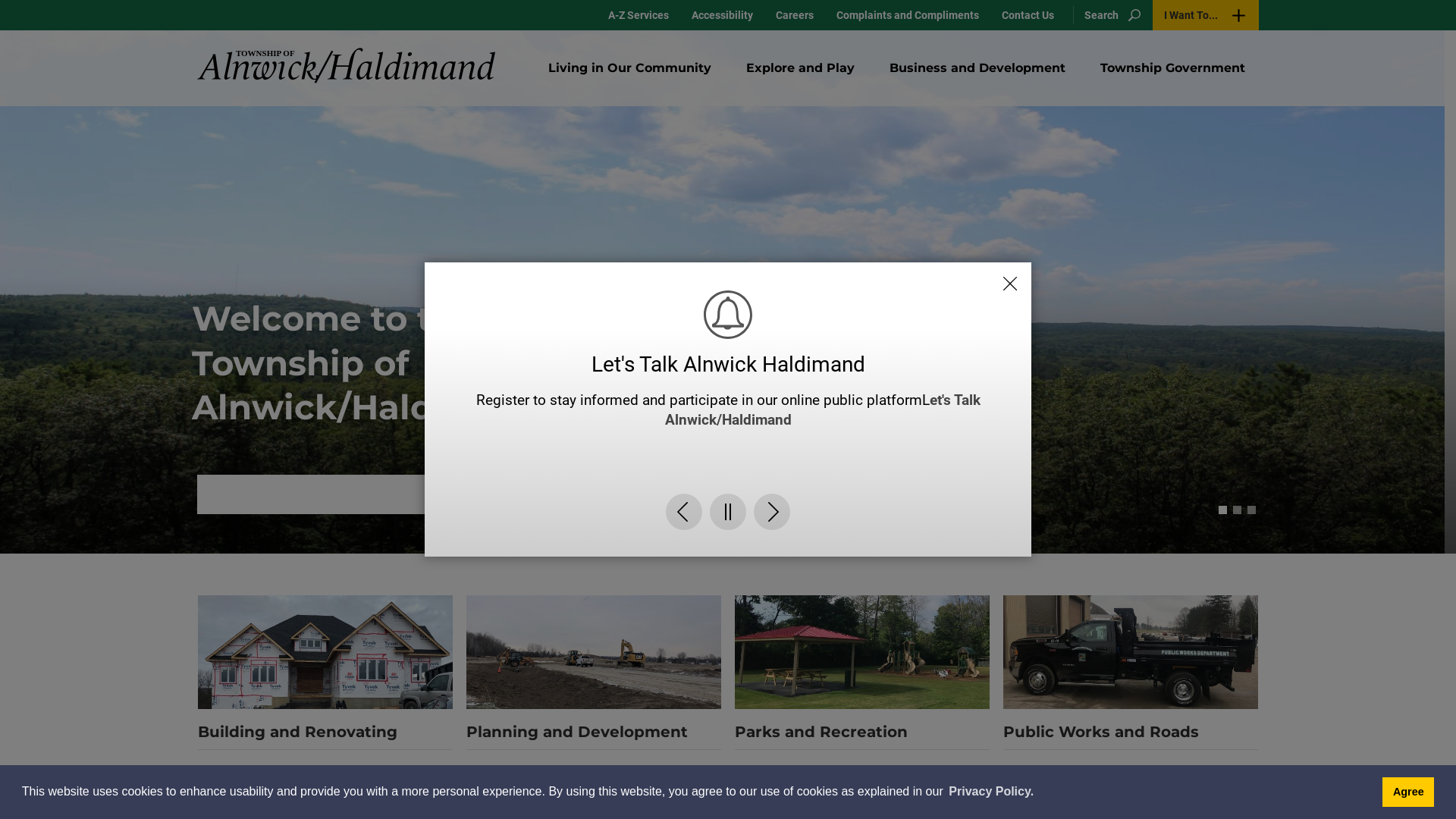 The image size is (1456, 819). What do you see at coordinates (732, 67) in the screenshot?
I see `'Explore and Play'` at bounding box center [732, 67].